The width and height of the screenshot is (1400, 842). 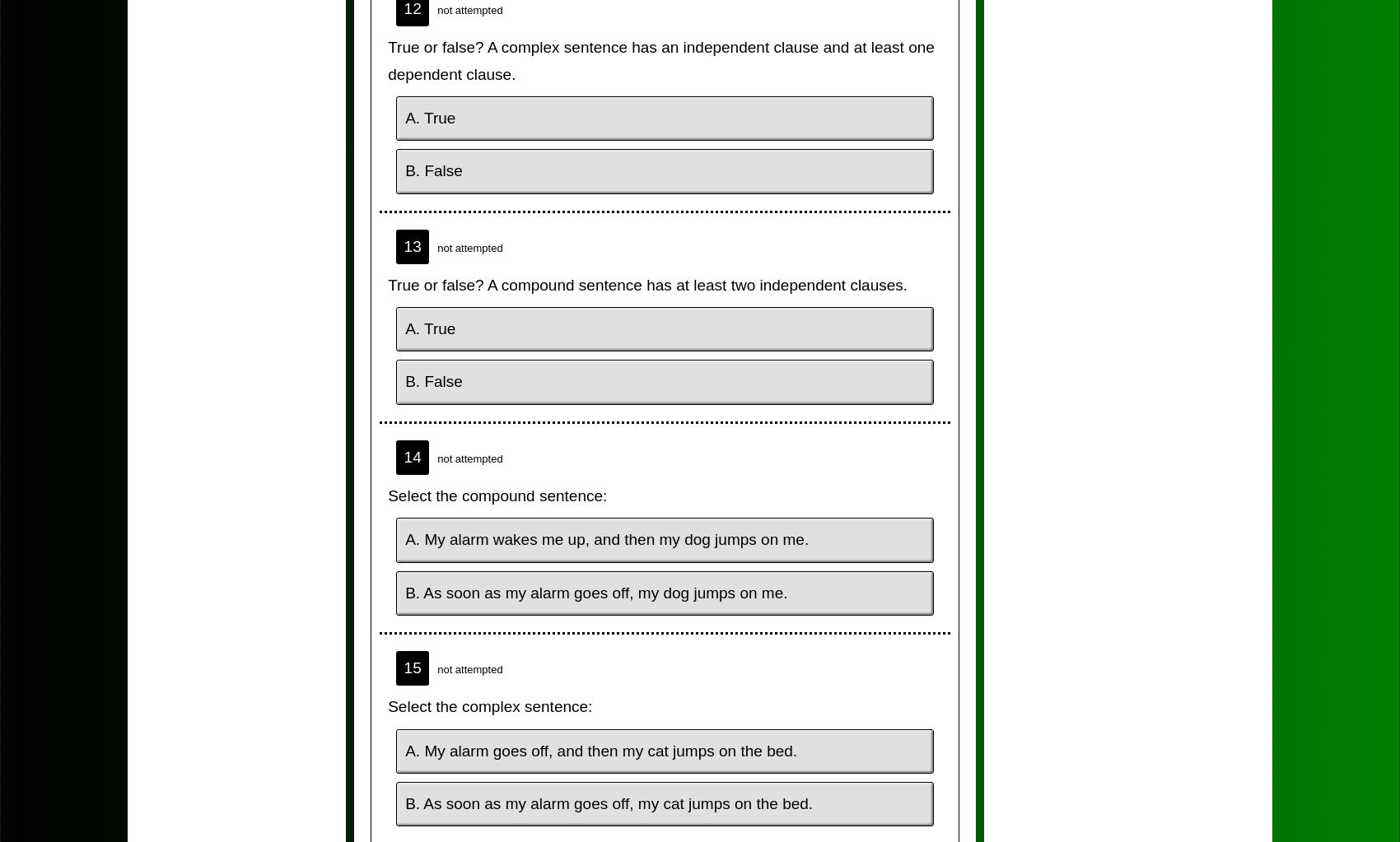 What do you see at coordinates (600, 749) in the screenshot?
I see `'A. My alarm goes off, and then my cat jumps on the bed.'` at bounding box center [600, 749].